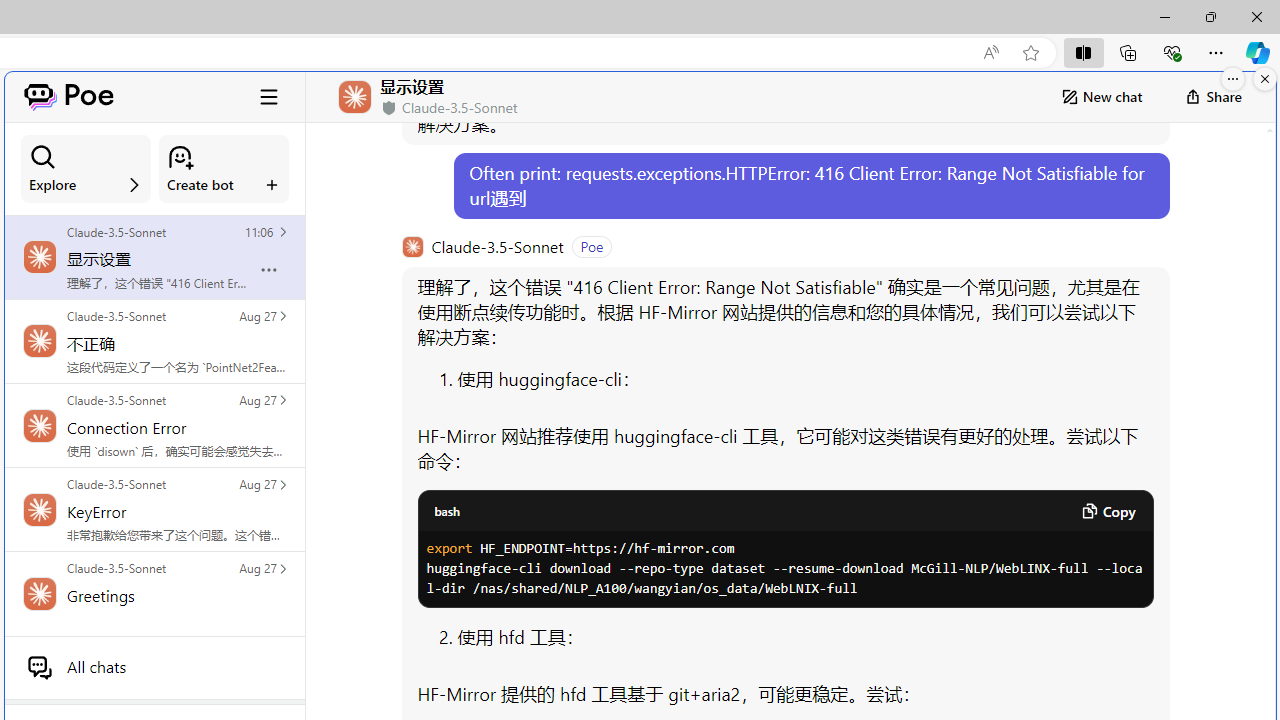 The image size is (1280, 720). I want to click on 'Class: ToggleSidebarCollapseButton_hamburgerIcon__VuiyV', so click(268, 96).